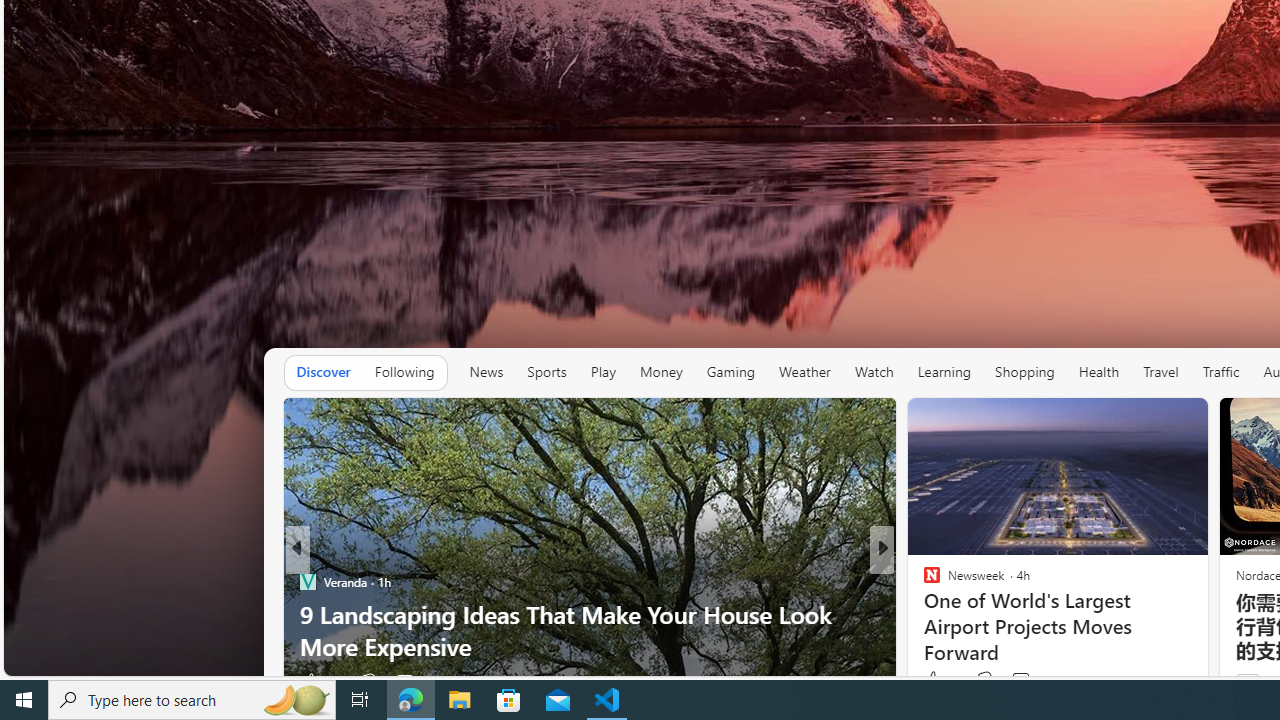  I want to click on 'View comments 5 Comment', so click(1026, 680).